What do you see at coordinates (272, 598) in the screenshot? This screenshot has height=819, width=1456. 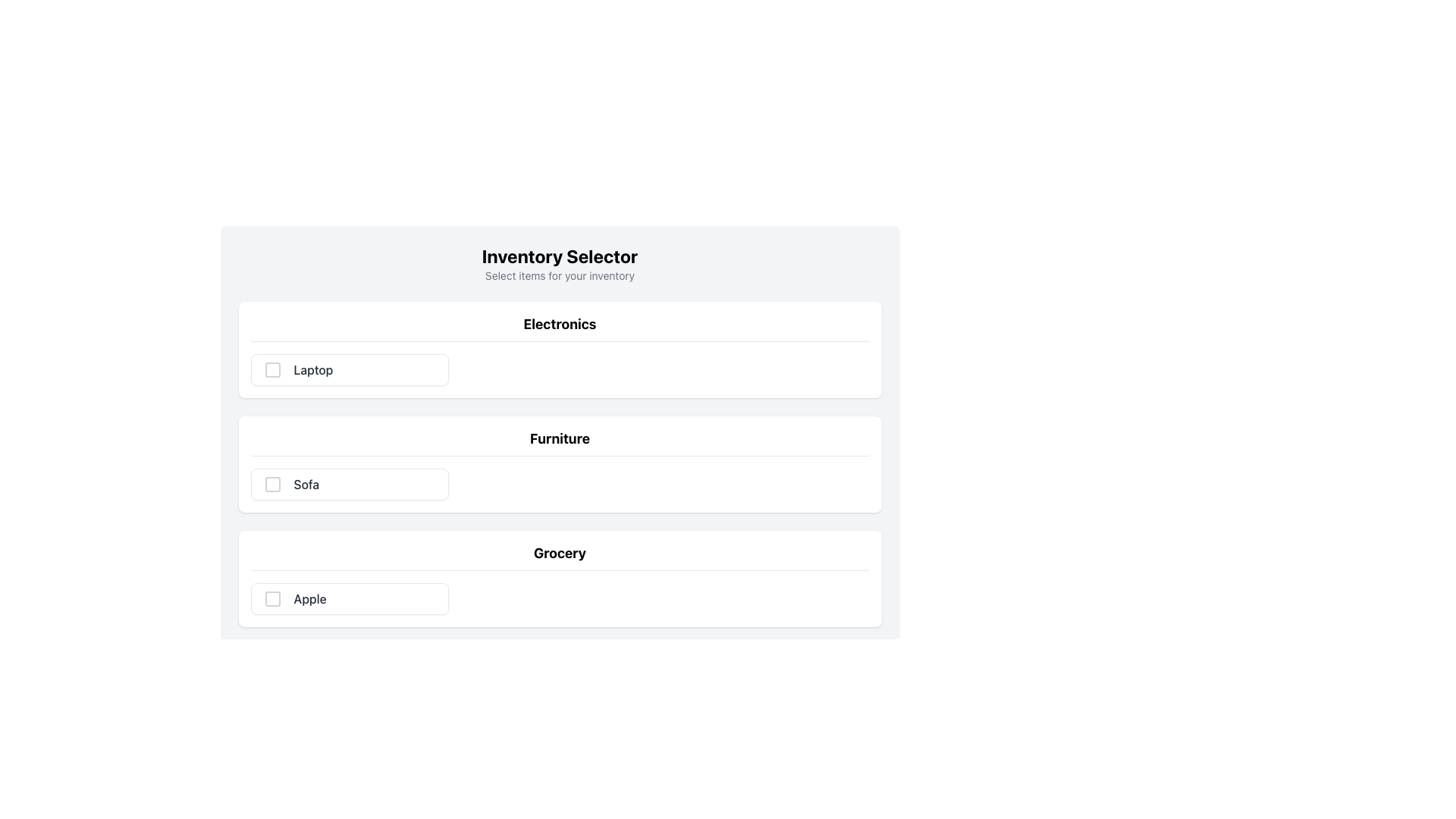 I see `the checkbox located to the left of the 'Apple' item in the 'Grocery' section to mark it as selected` at bounding box center [272, 598].